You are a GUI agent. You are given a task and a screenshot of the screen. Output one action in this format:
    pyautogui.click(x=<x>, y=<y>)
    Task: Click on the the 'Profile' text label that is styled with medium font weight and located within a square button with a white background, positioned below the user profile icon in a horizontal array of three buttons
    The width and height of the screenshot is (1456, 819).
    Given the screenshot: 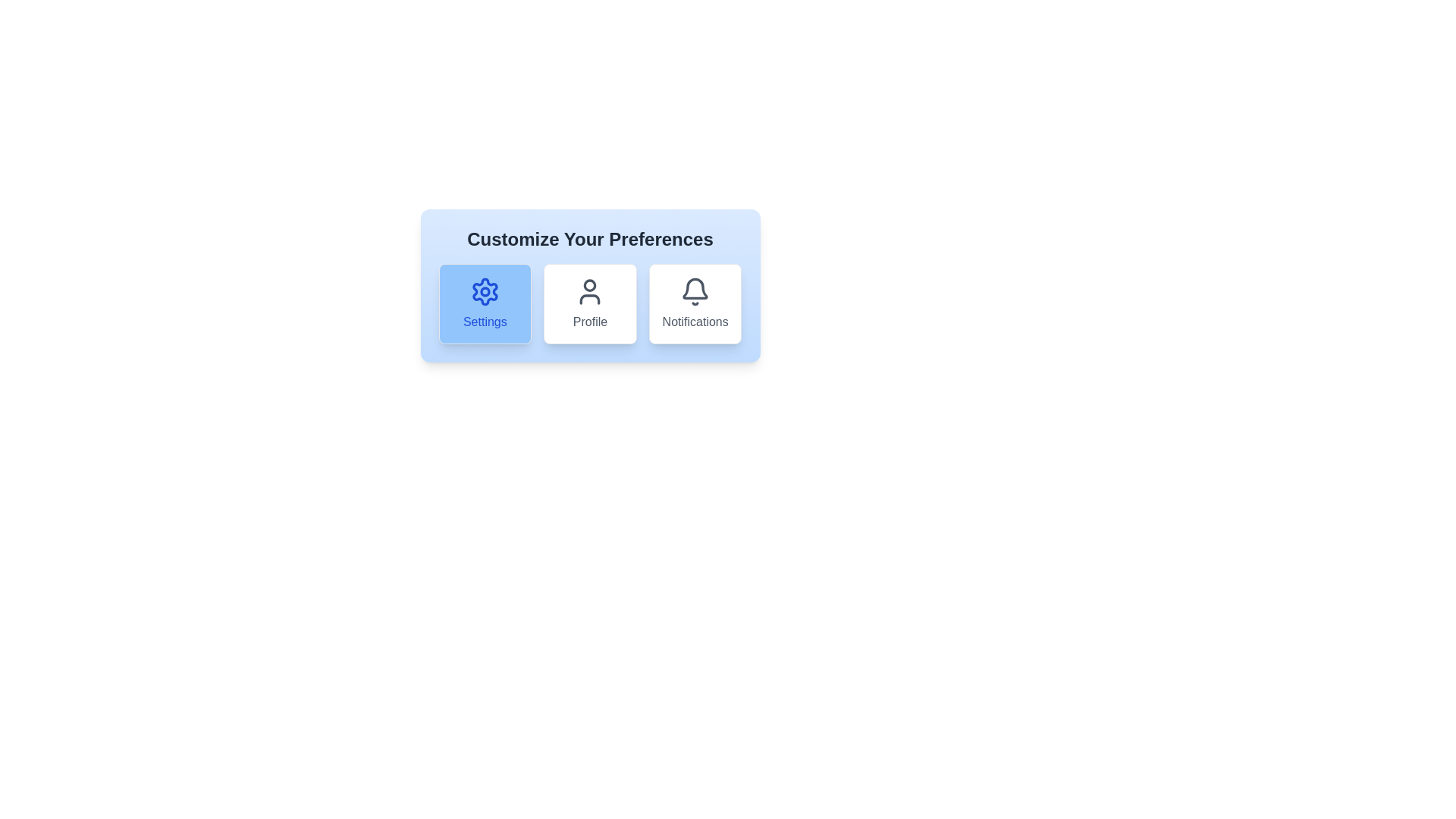 What is the action you would take?
    pyautogui.click(x=589, y=321)
    